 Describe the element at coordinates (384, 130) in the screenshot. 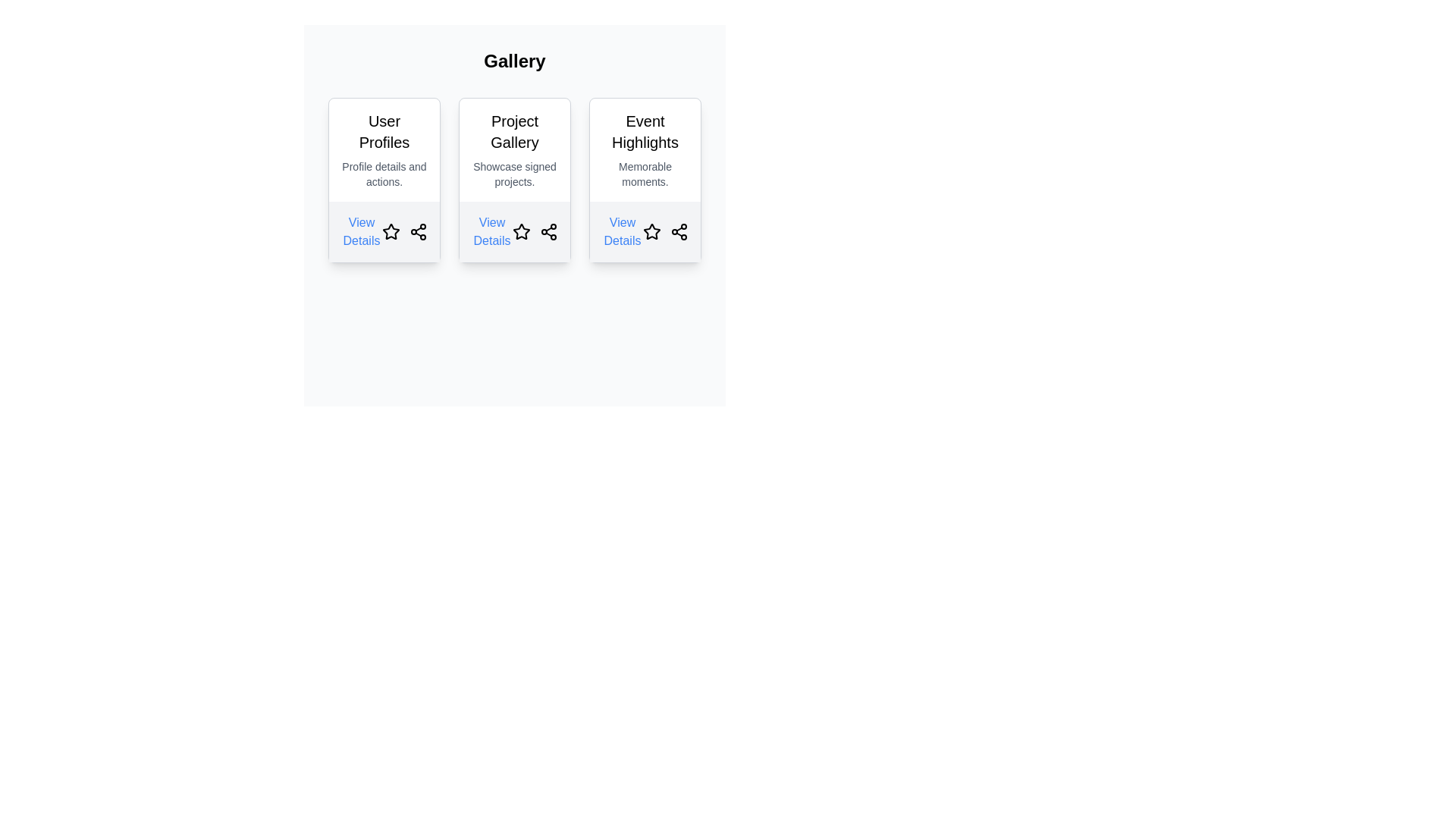

I see `the text label that serves as the title or heading for the leftmost card in the interface, located at the top-left section above the descriptive text` at that location.